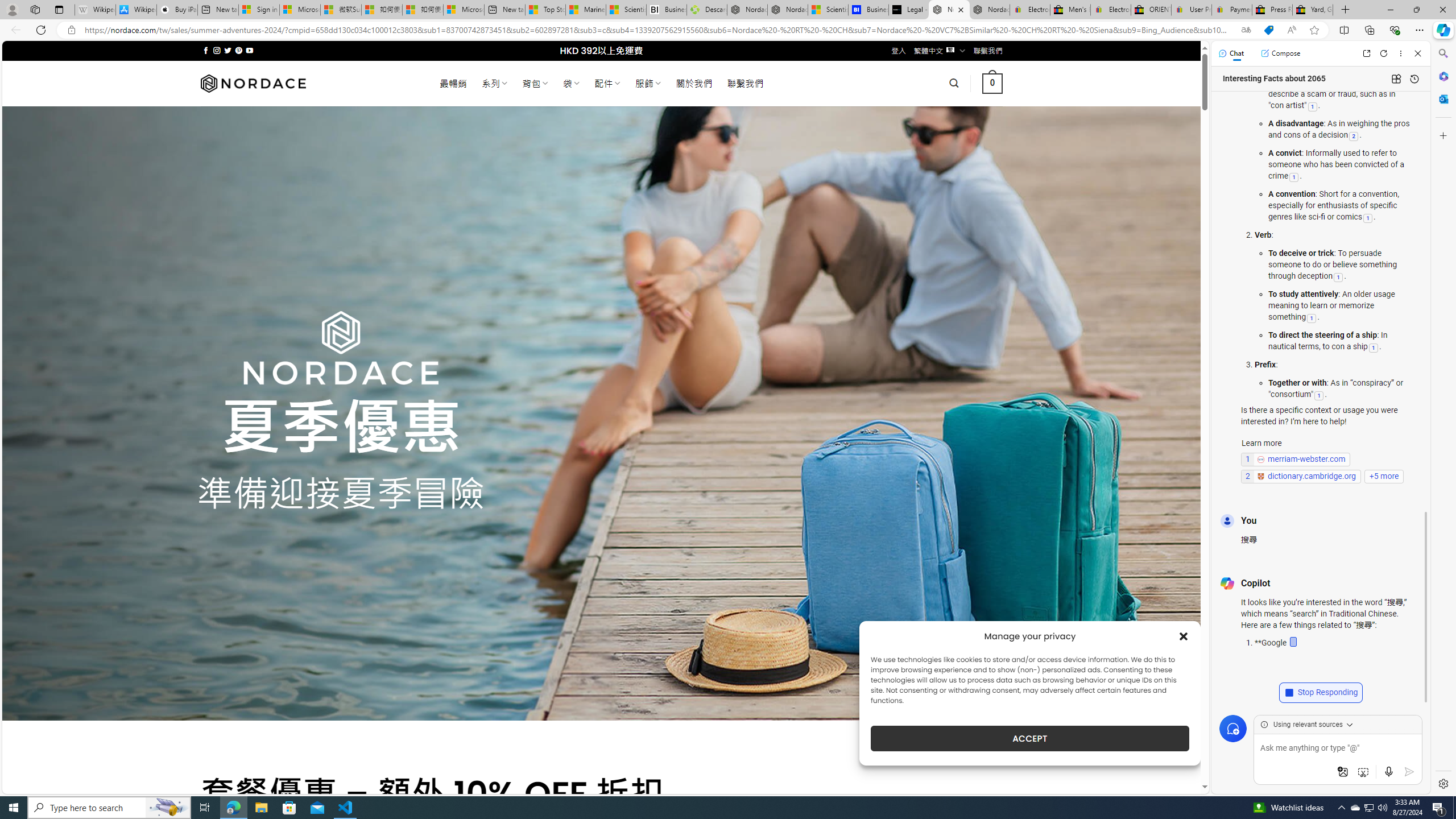 The width and height of the screenshot is (1456, 819). What do you see at coordinates (1442, 53) in the screenshot?
I see `'Minimize Search pane'` at bounding box center [1442, 53].